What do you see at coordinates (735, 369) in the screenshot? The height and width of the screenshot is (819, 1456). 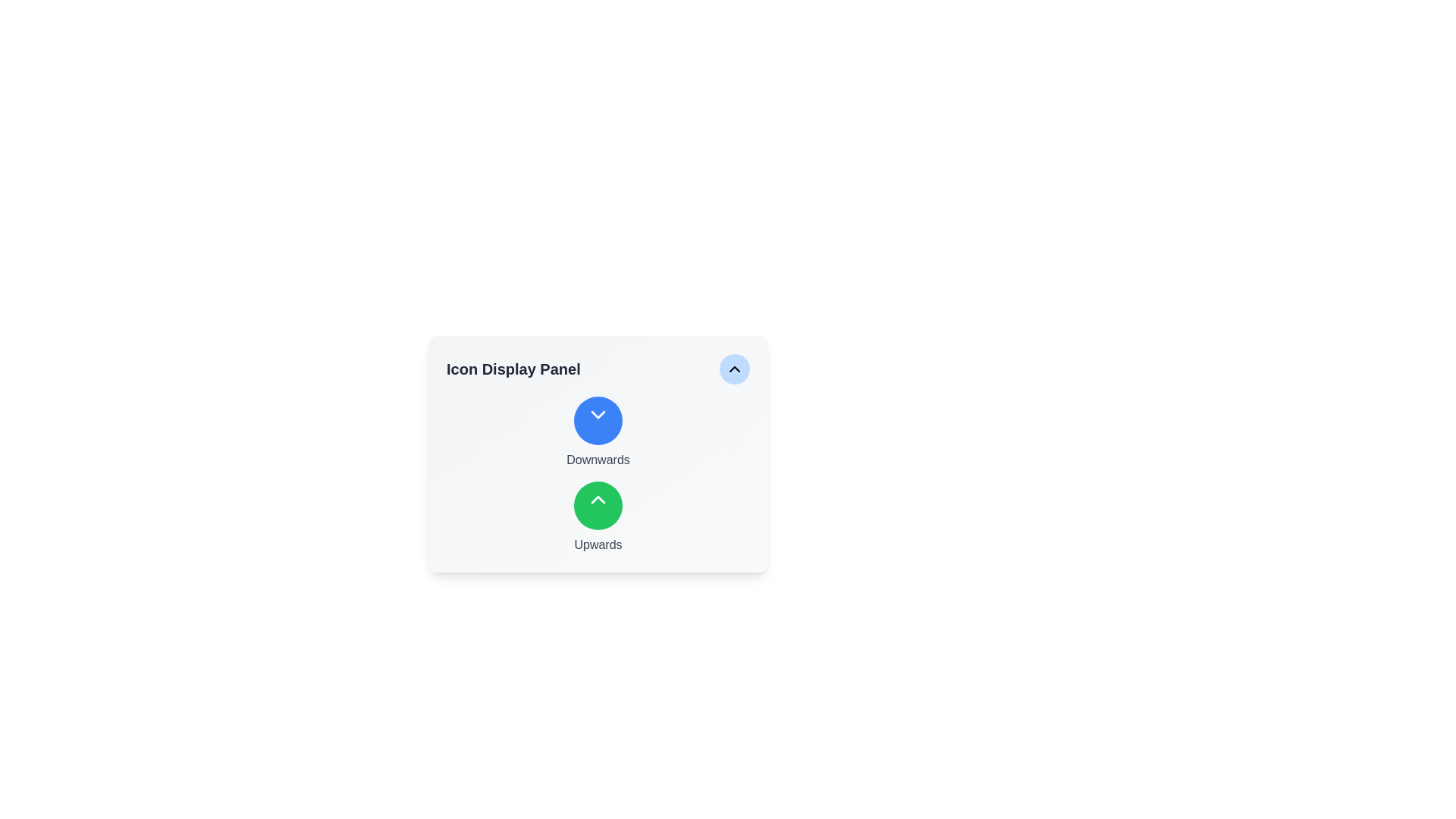 I see `the upward arrow icon located` at bounding box center [735, 369].